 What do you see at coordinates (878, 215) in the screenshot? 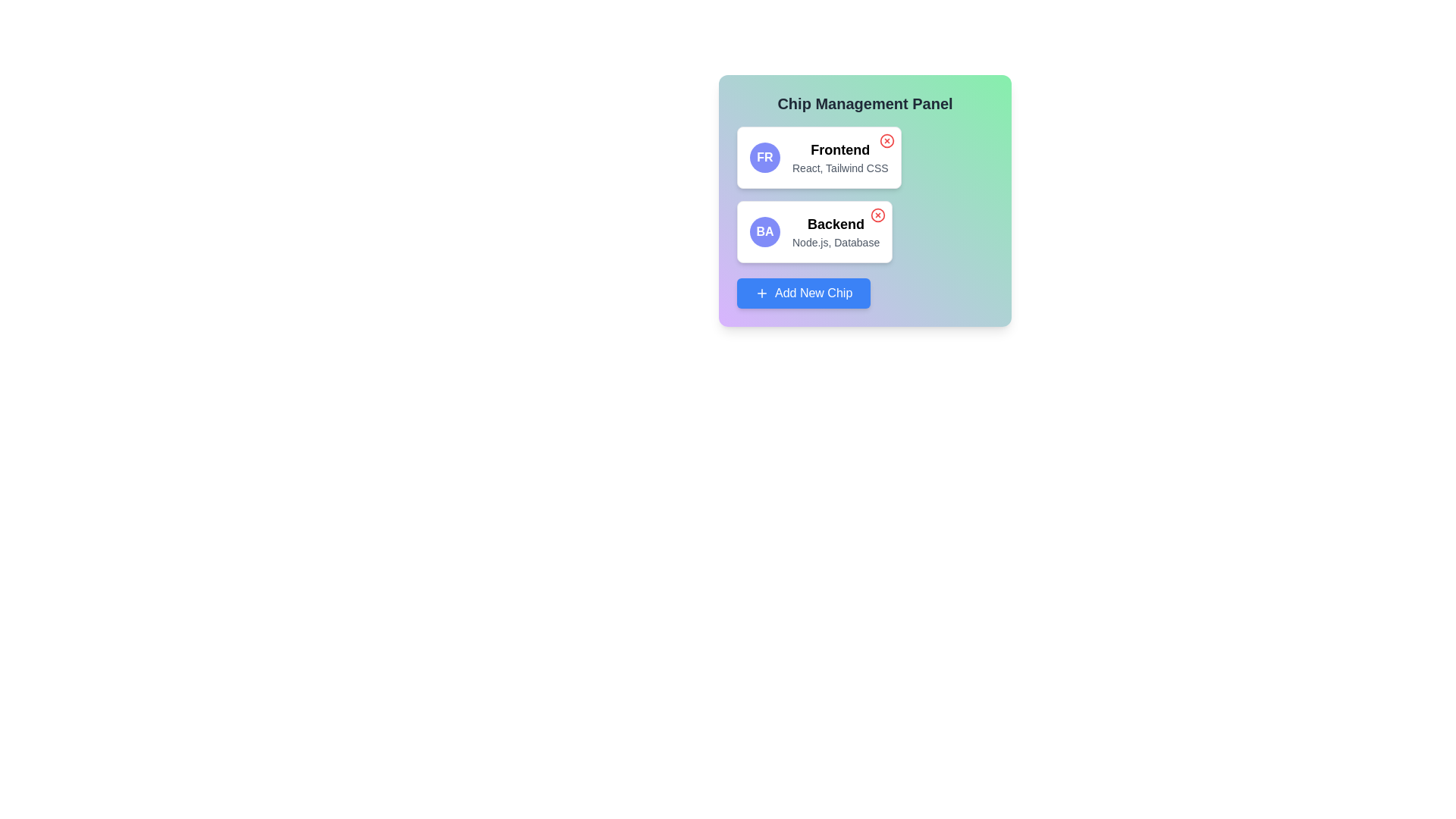
I see `the chip labeled Backend by clicking its close button` at bounding box center [878, 215].